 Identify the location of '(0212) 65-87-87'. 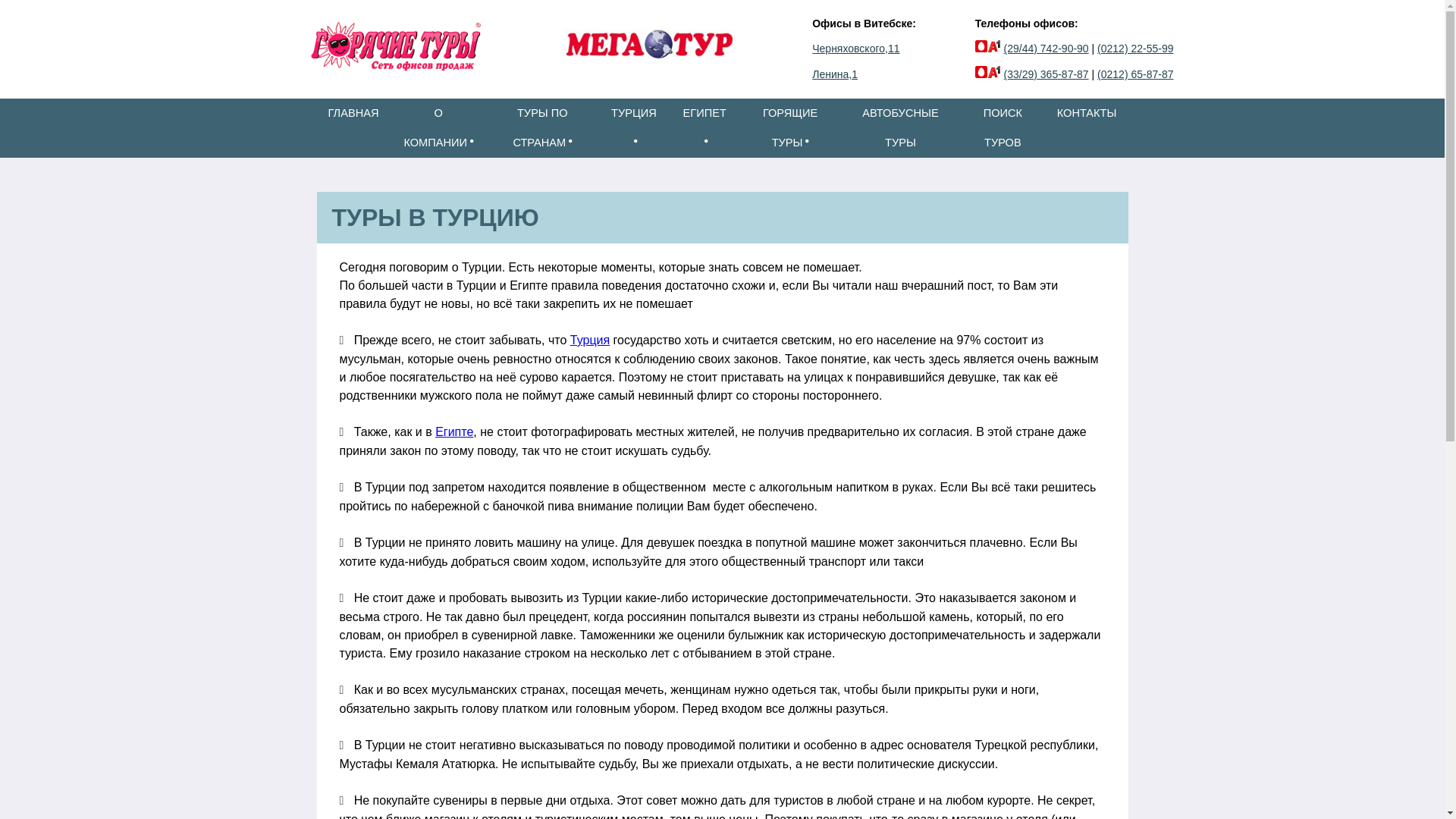
(1135, 74).